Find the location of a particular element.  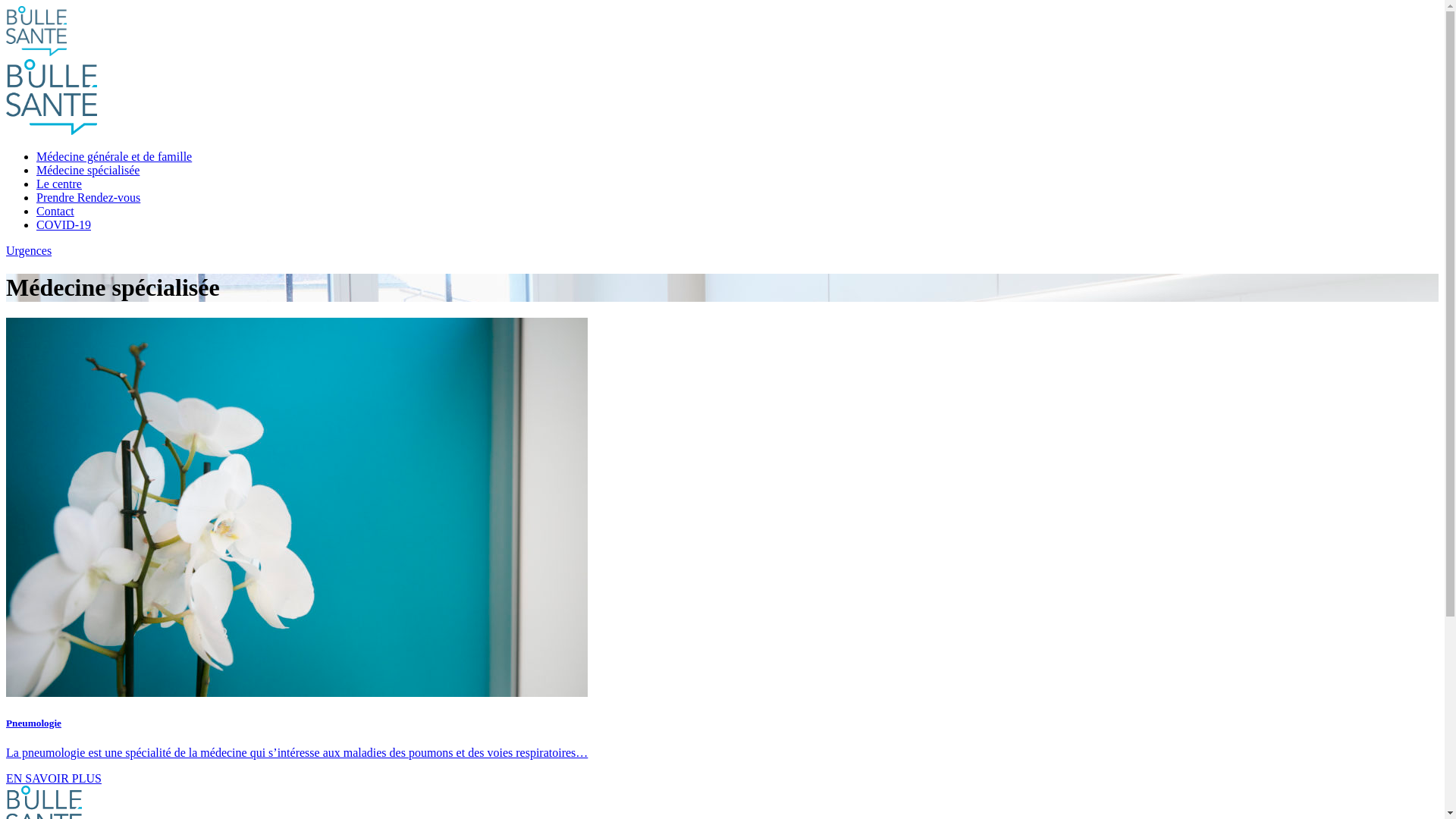

'Le centre' is located at coordinates (58, 183).